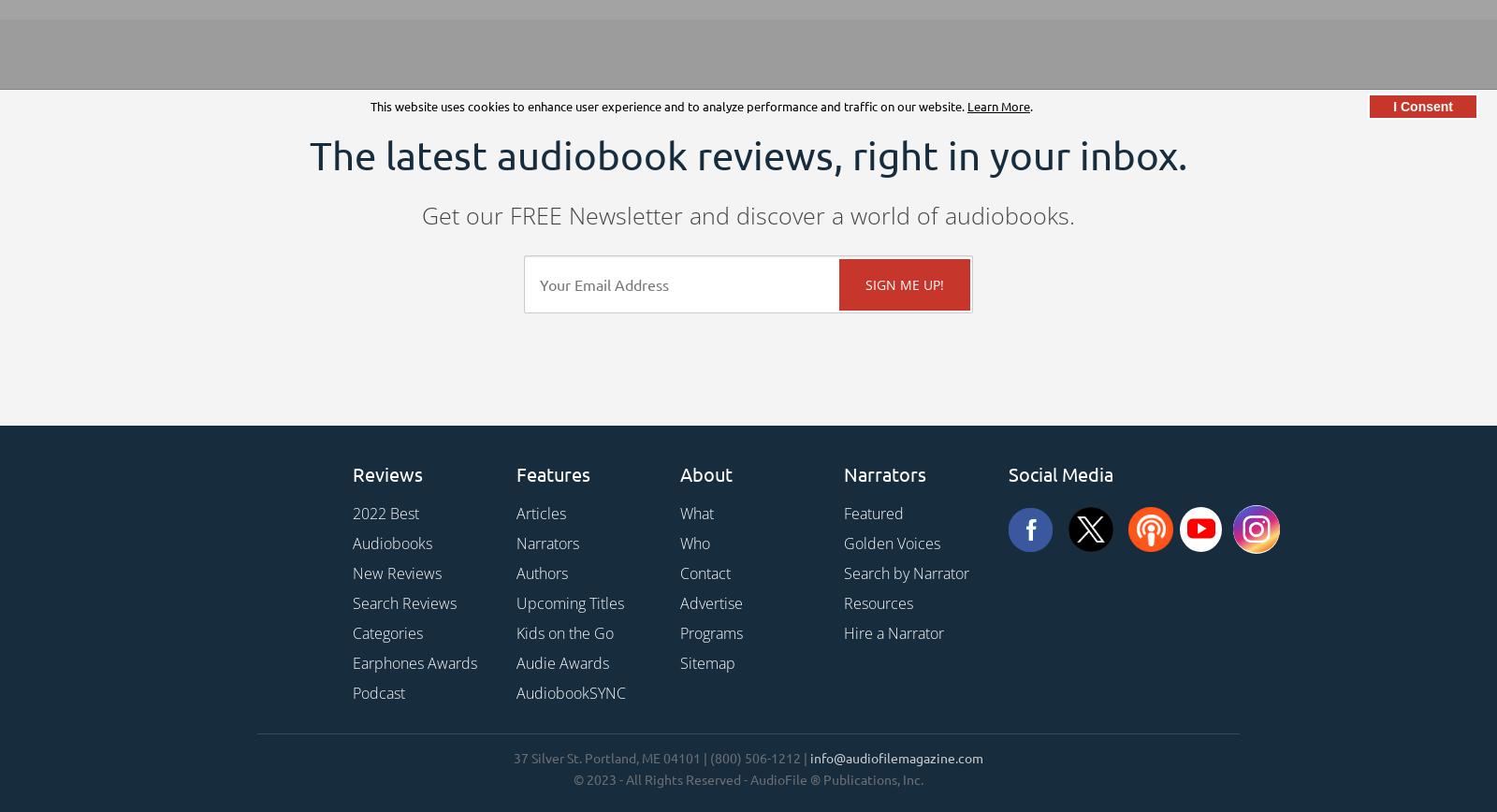 The image size is (1497, 812). What do you see at coordinates (540, 514) in the screenshot?
I see `'Articles'` at bounding box center [540, 514].